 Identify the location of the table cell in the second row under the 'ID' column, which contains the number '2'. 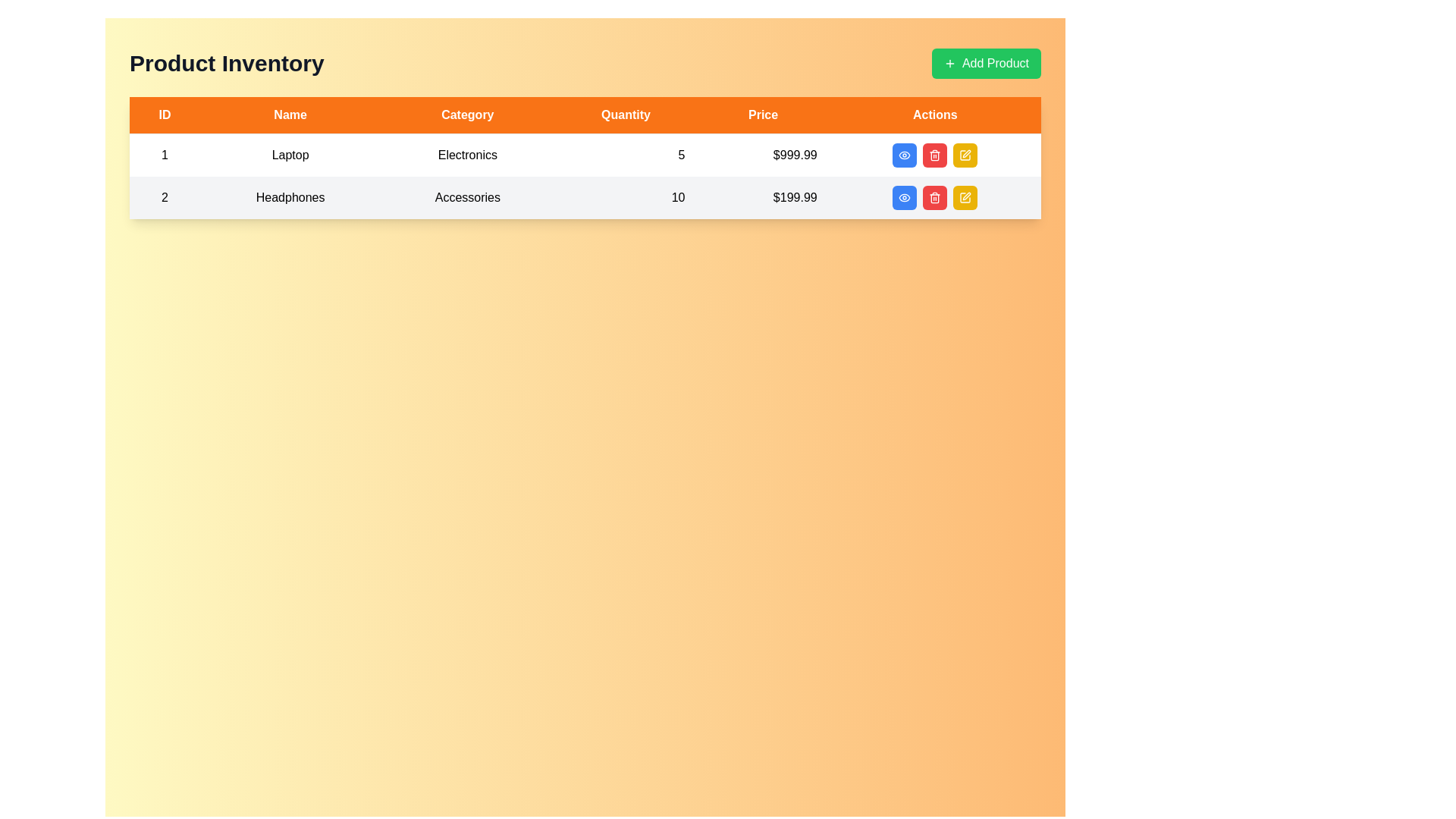
(165, 197).